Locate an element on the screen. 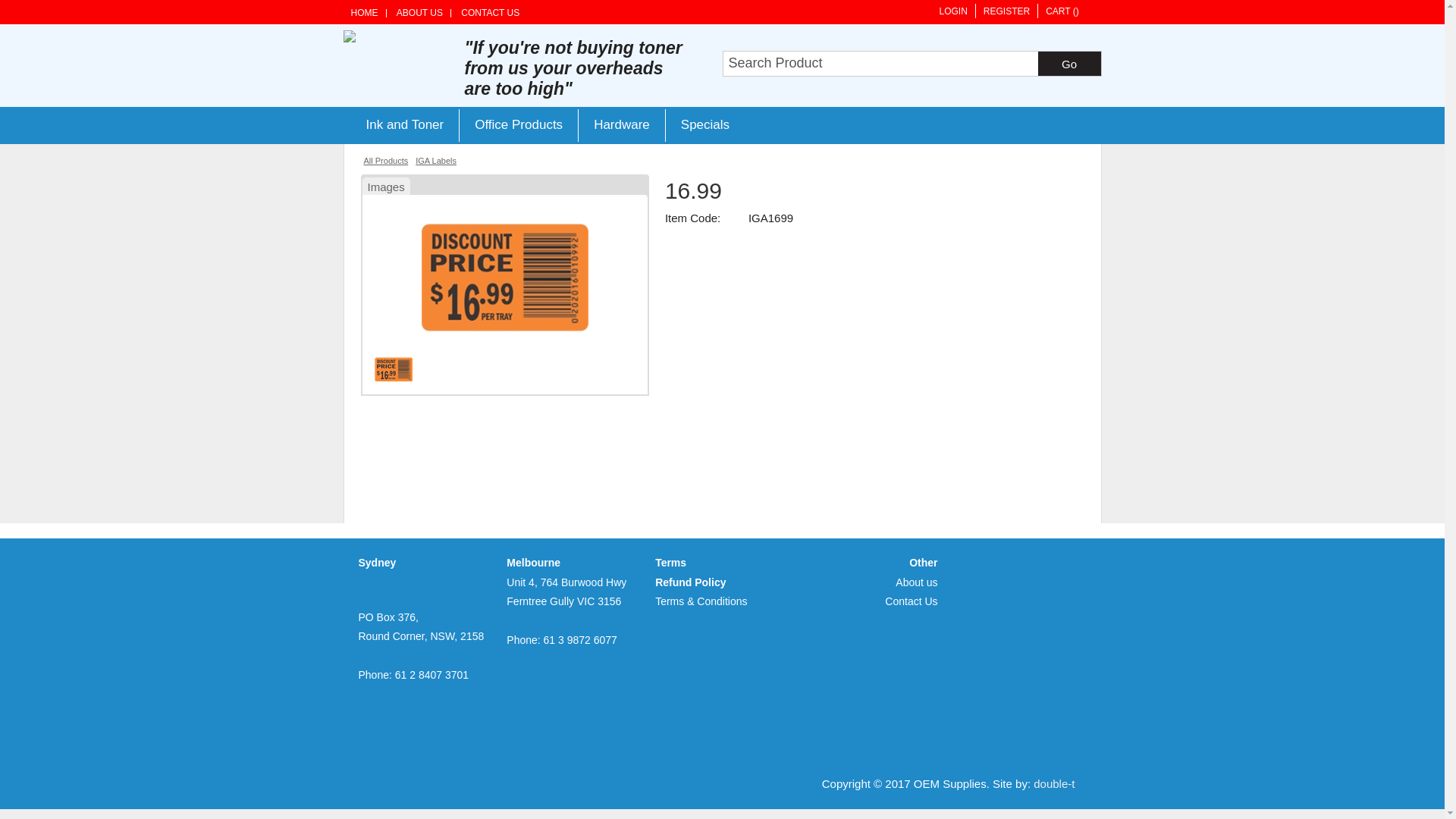 The height and width of the screenshot is (819, 1456). 'Contact Us' is located at coordinates (910, 601).